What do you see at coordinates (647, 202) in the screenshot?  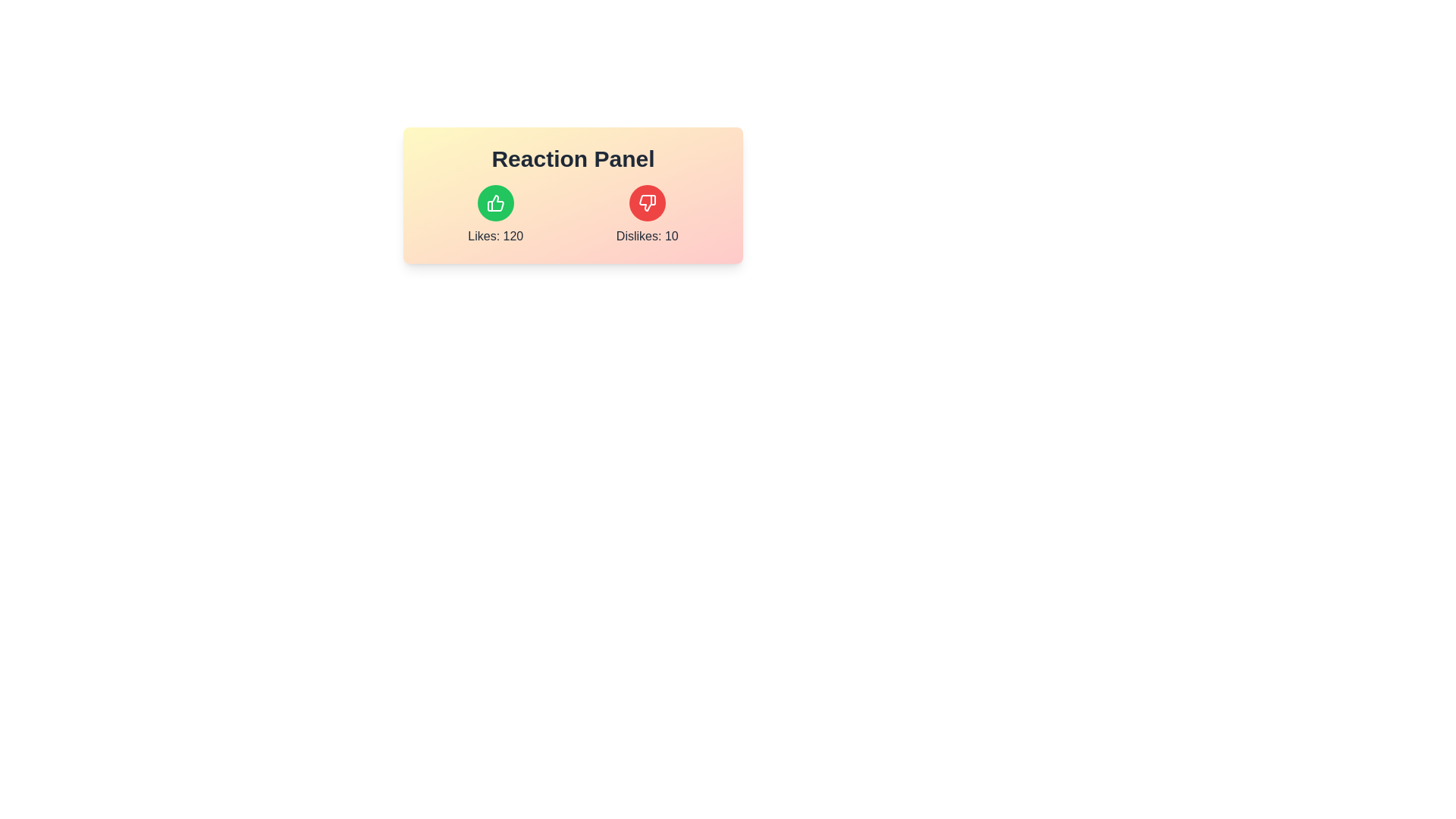 I see `the dislike icon located within a rounded red background on the right side of the 'Reaction Panel' component to express a dislike` at bounding box center [647, 202].